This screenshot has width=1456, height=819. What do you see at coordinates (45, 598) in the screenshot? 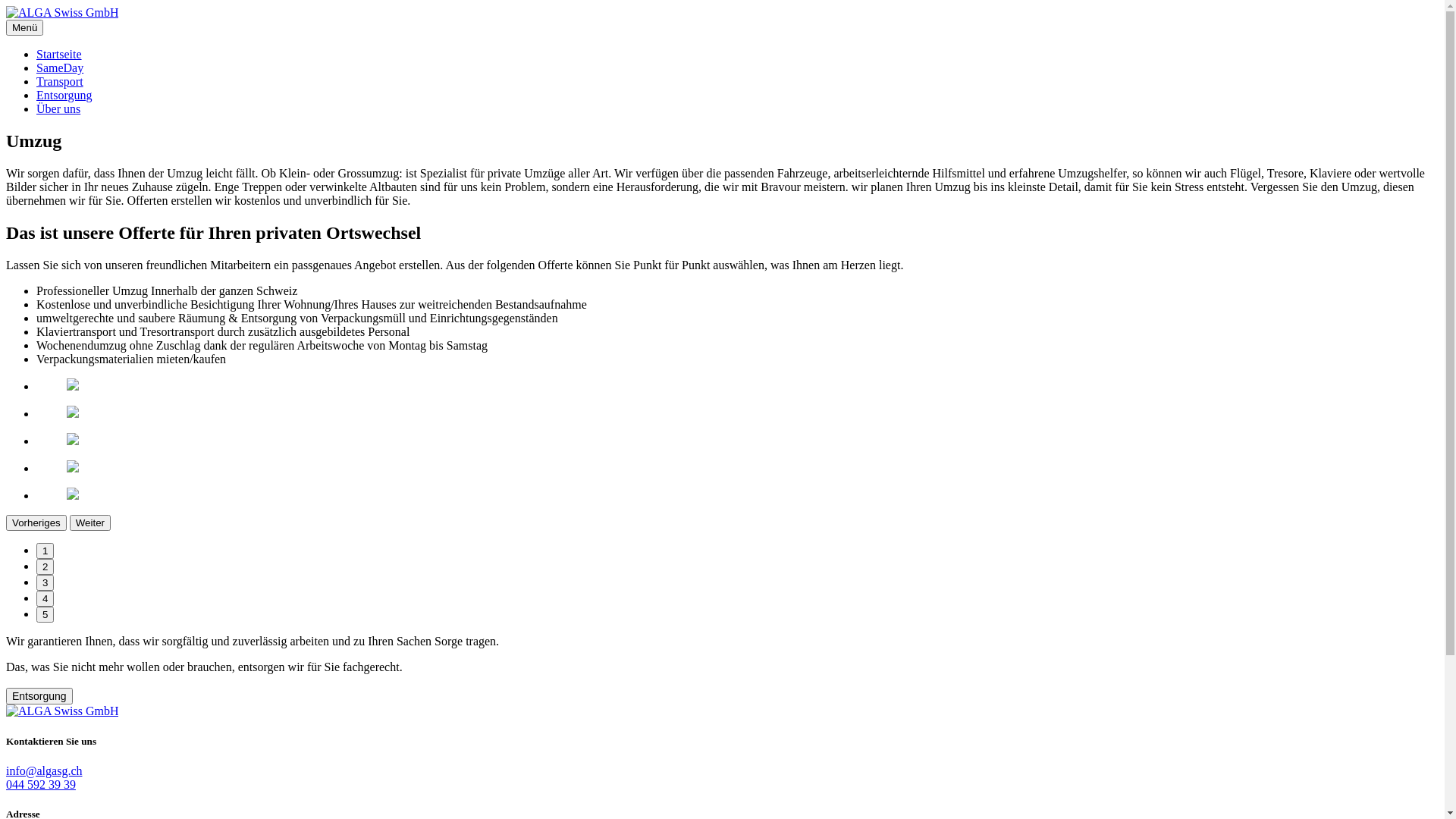
I see `'4'` at bounding box center [45, 598].